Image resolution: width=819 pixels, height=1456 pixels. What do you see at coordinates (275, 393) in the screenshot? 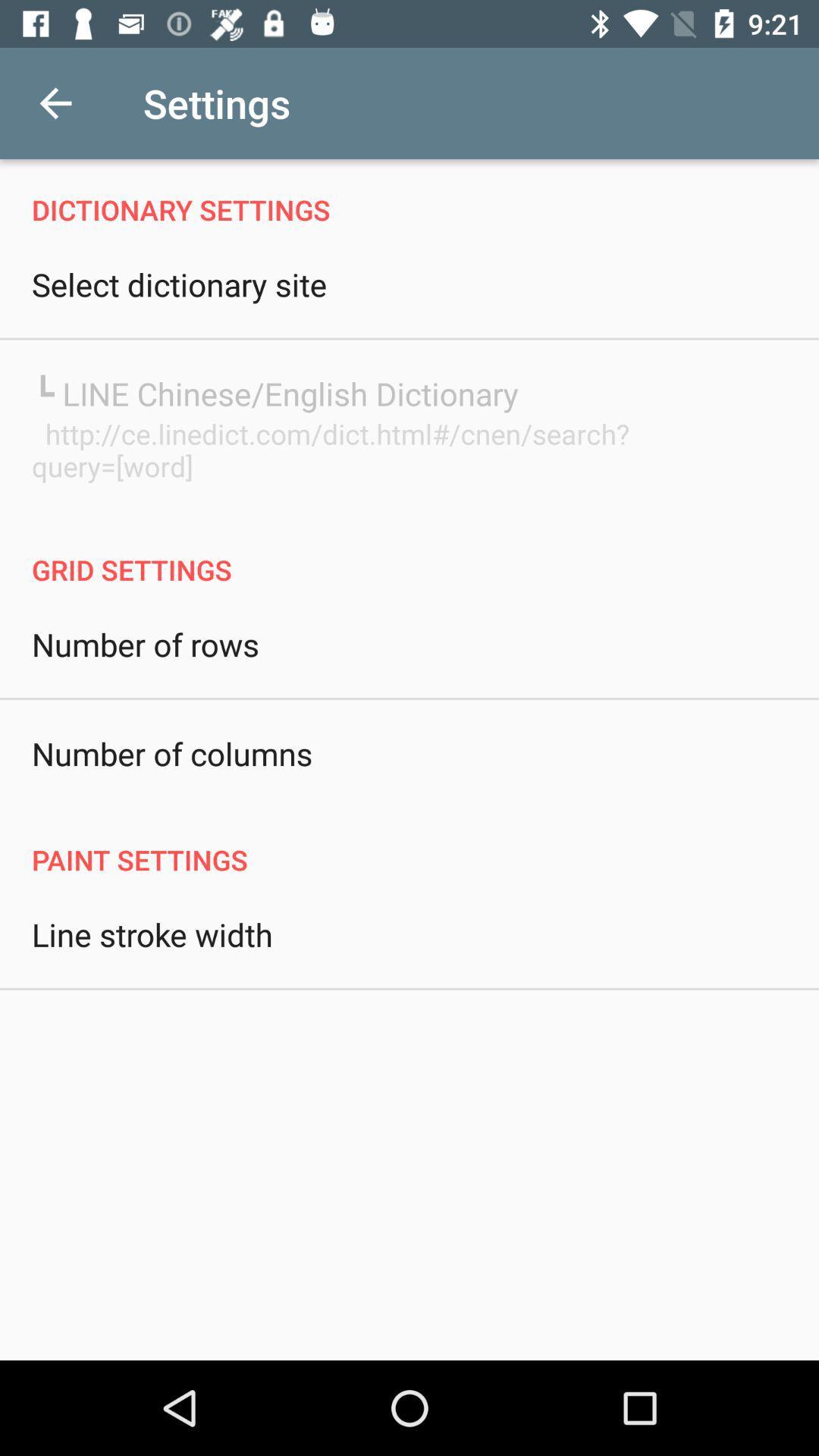
I see `the item above the http ce linedict` at bounding box center [275, 393].